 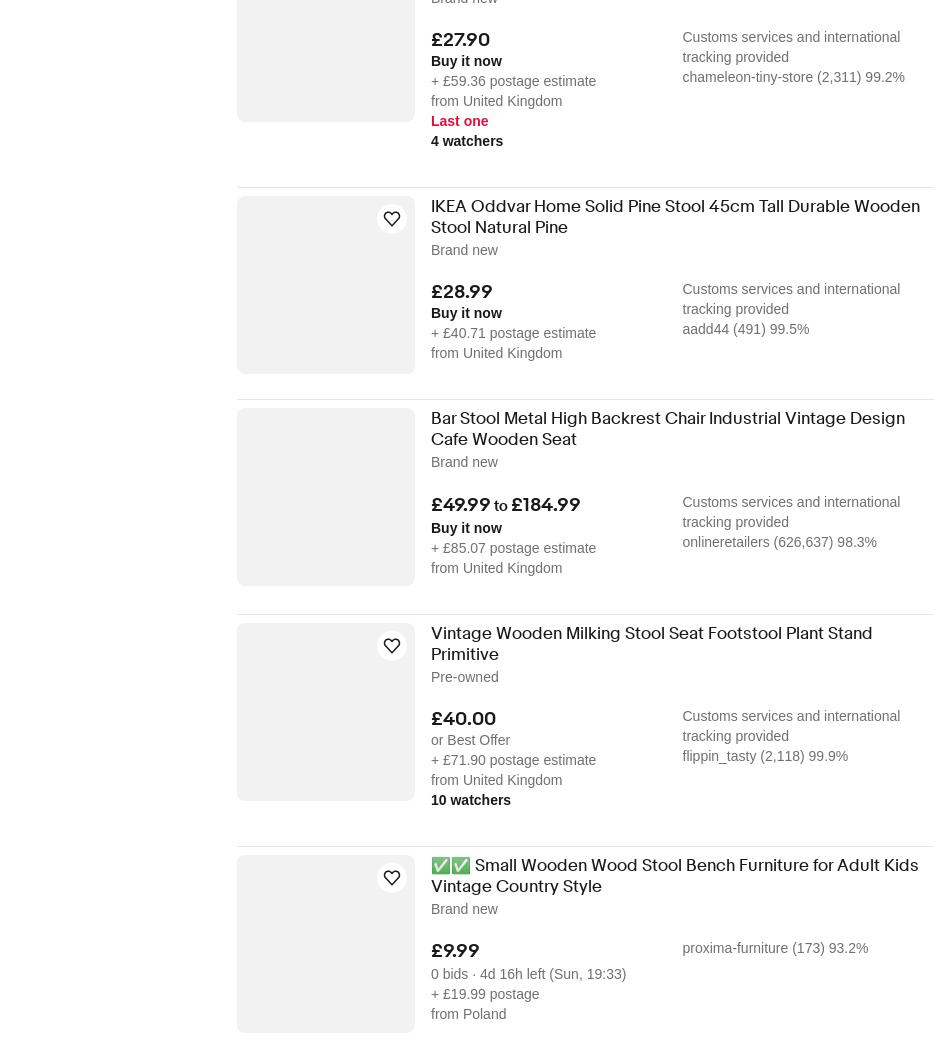 What do you see at coordinates (430, 80) in the screenshot?
I see `'+ £59.36 postage estimate'` at bounding box center [430, 80].